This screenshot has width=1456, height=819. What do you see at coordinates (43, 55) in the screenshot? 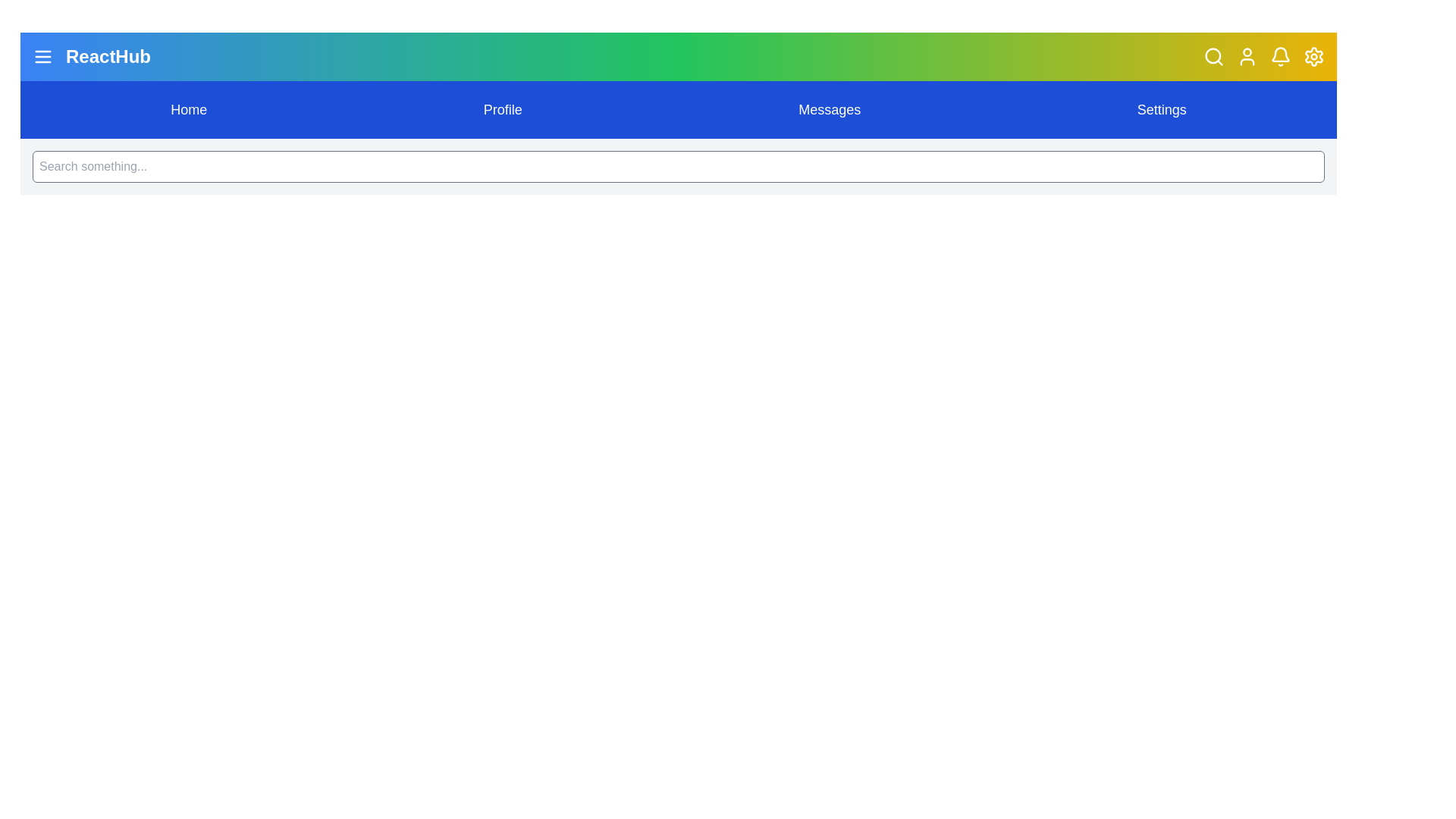
I see `the menu toggle button to toggle the menu visibility` at bounding box center [43, 55].